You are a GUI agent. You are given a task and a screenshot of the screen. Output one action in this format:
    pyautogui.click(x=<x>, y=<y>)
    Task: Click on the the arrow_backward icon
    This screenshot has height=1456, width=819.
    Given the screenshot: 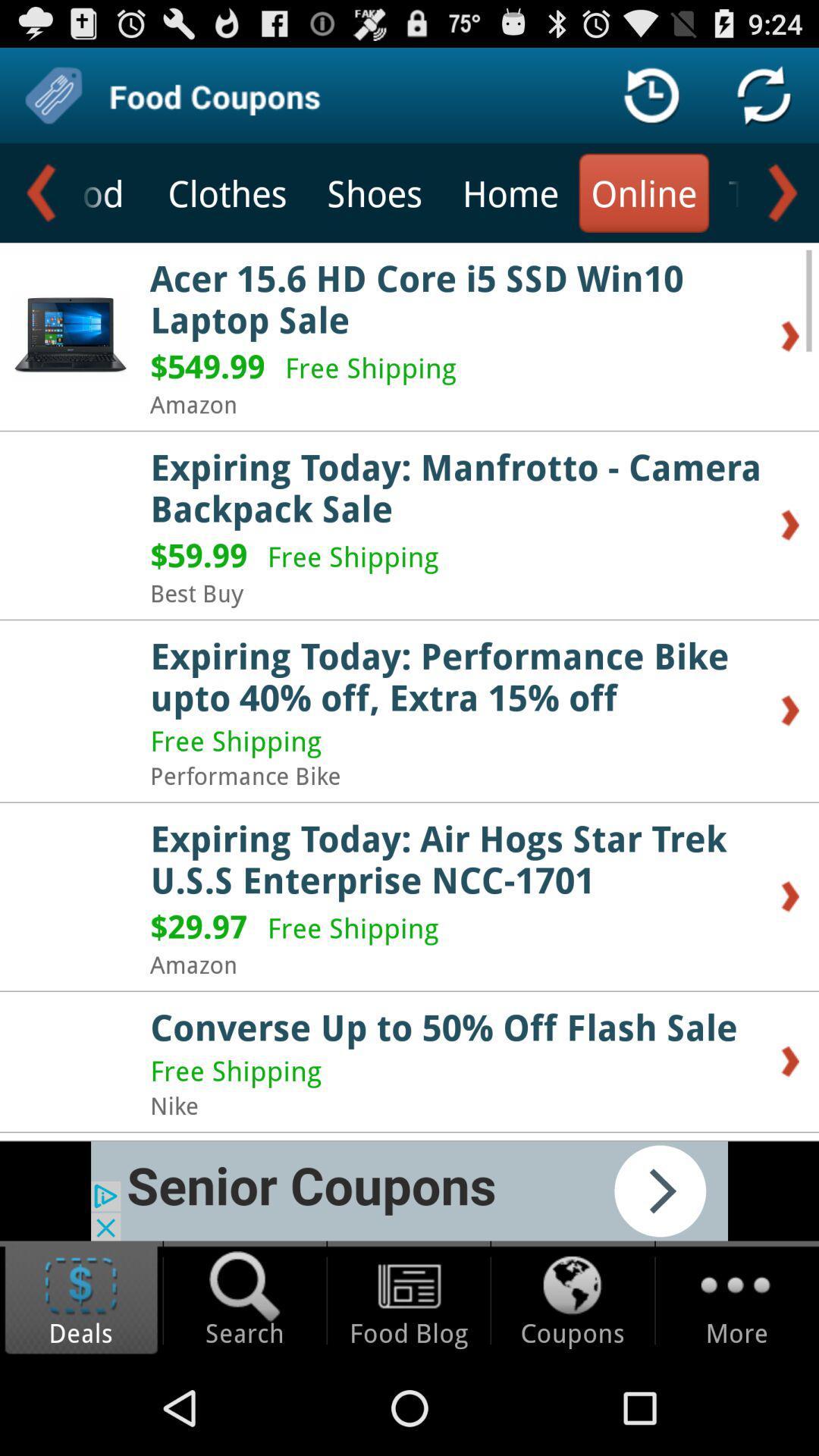 What is the action you would take?
    pyautogui.click(x=39, y=206)
    